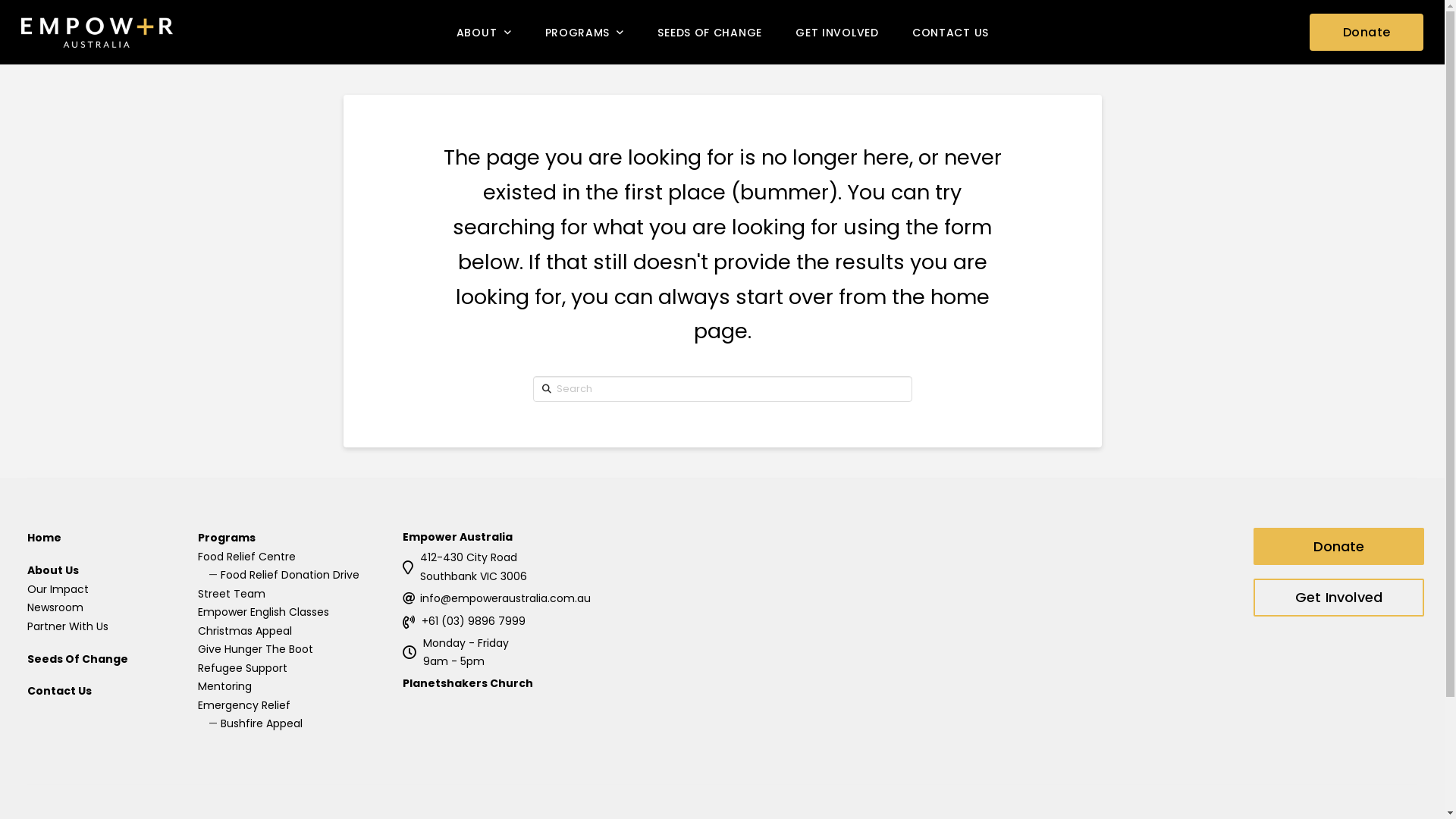 Image resolution: width=1456 pixels, height=819 pixels. I want to click on 'ABOUT', so click(482, 32).